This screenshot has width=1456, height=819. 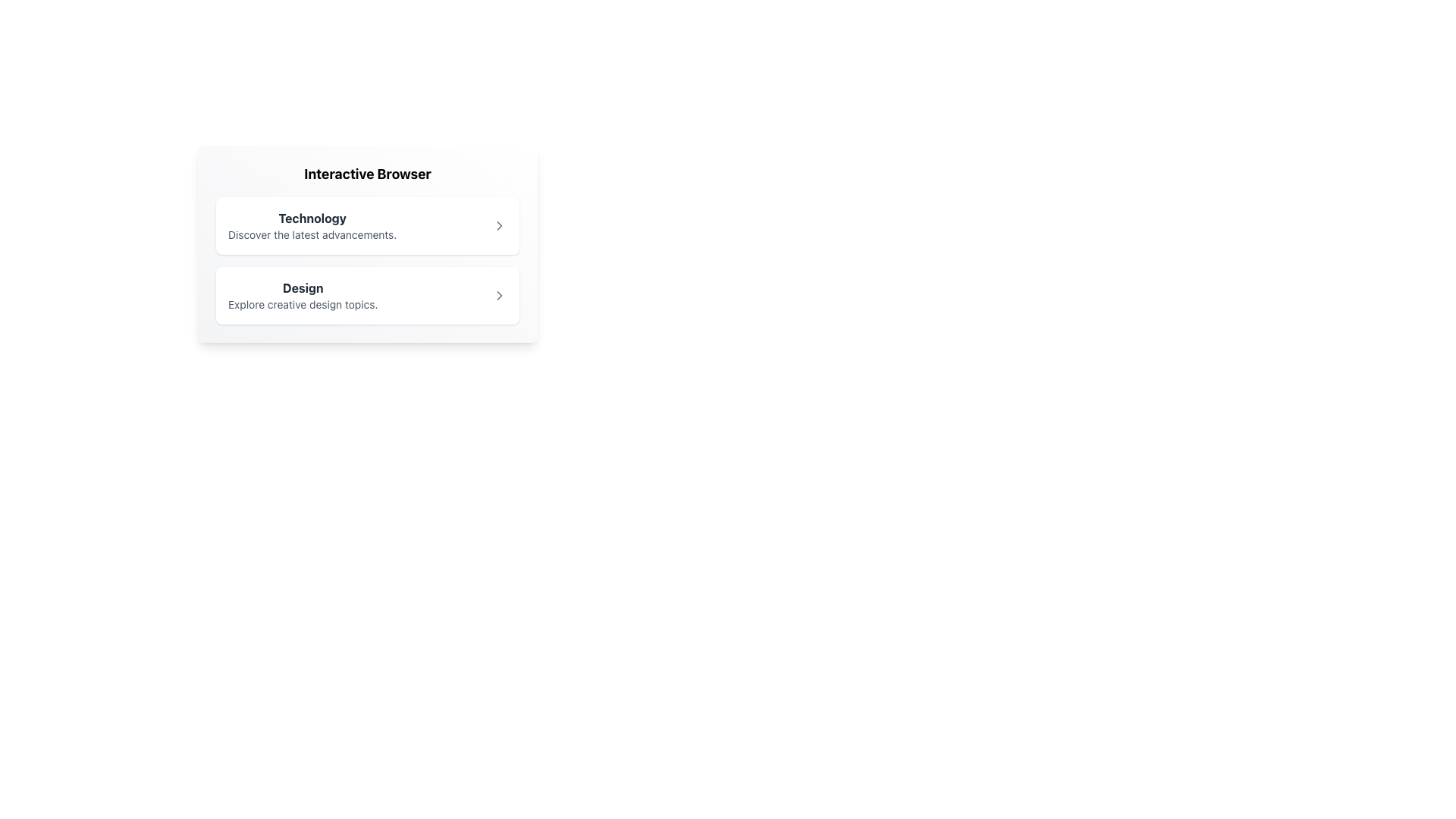 What do you see at coordinates (499, 225) in the screenshot?
I see `the right-chevron icon positioned at the far right end of the 'Technology' list item` at bounding box center [499, 225].